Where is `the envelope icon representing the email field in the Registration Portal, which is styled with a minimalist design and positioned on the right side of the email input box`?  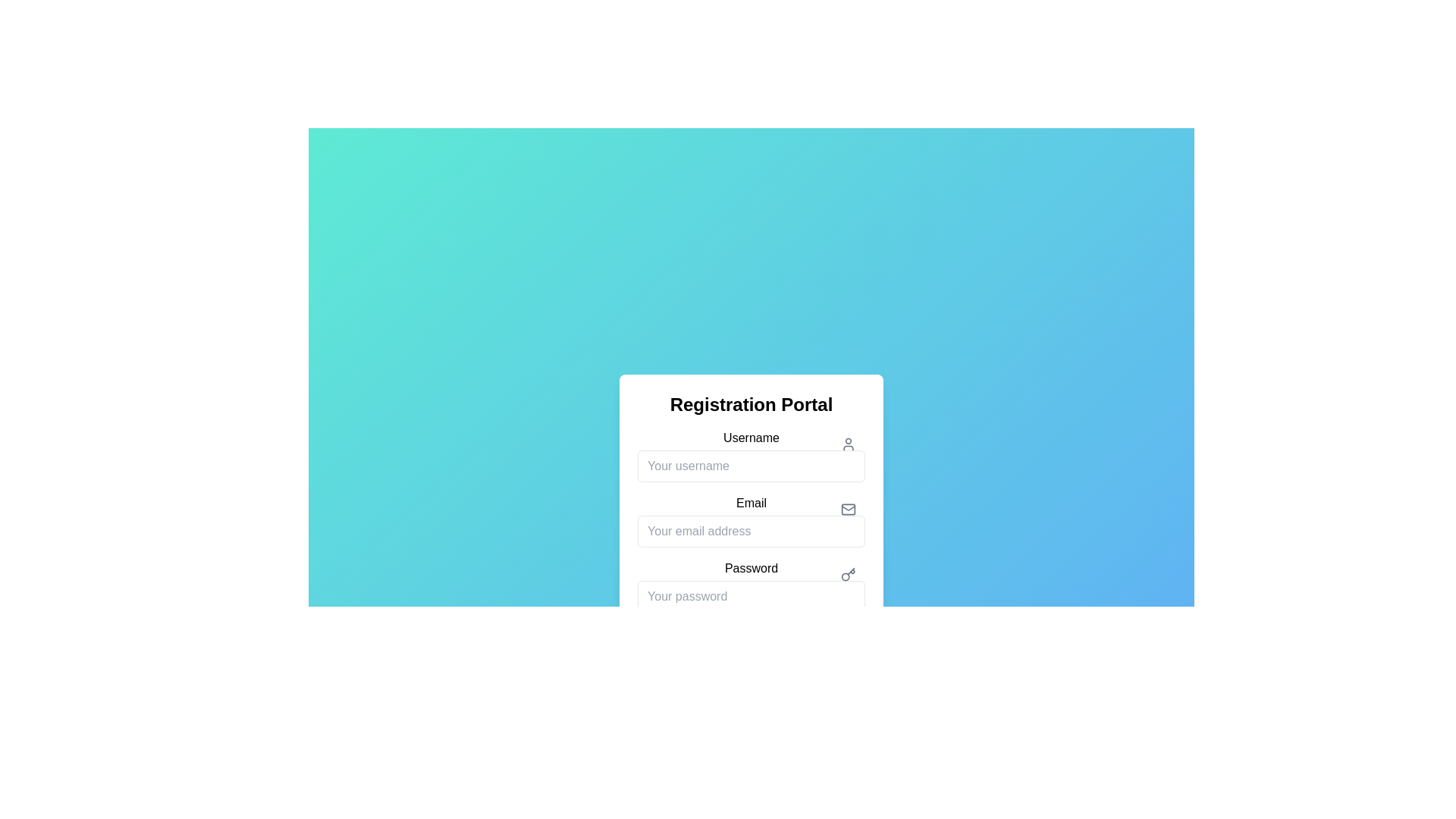
the envelope icon representing the email field in the Registration Portal, which is styled with a minimalist design and positioned on the right side of the email input box is located at coordinates (847, 508).